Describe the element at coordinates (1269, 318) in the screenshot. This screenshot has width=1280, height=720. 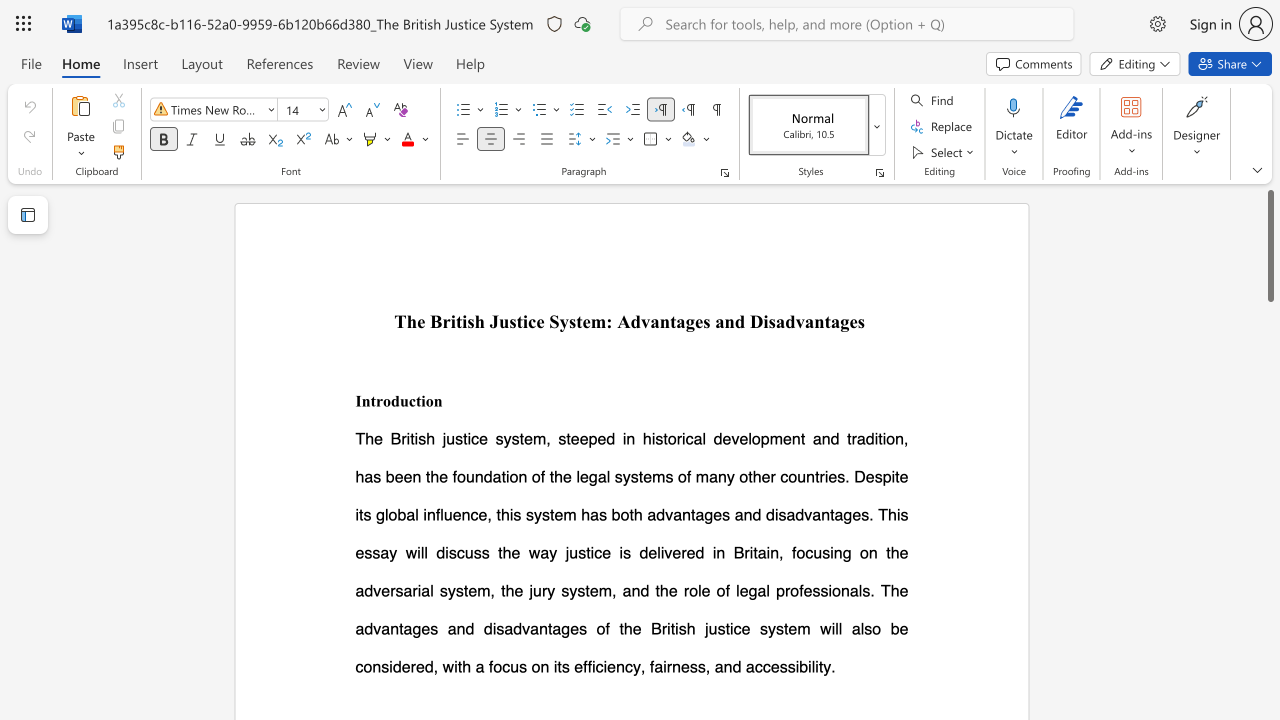
I see `the scrollbar on the right to shift the page lower` at that location.